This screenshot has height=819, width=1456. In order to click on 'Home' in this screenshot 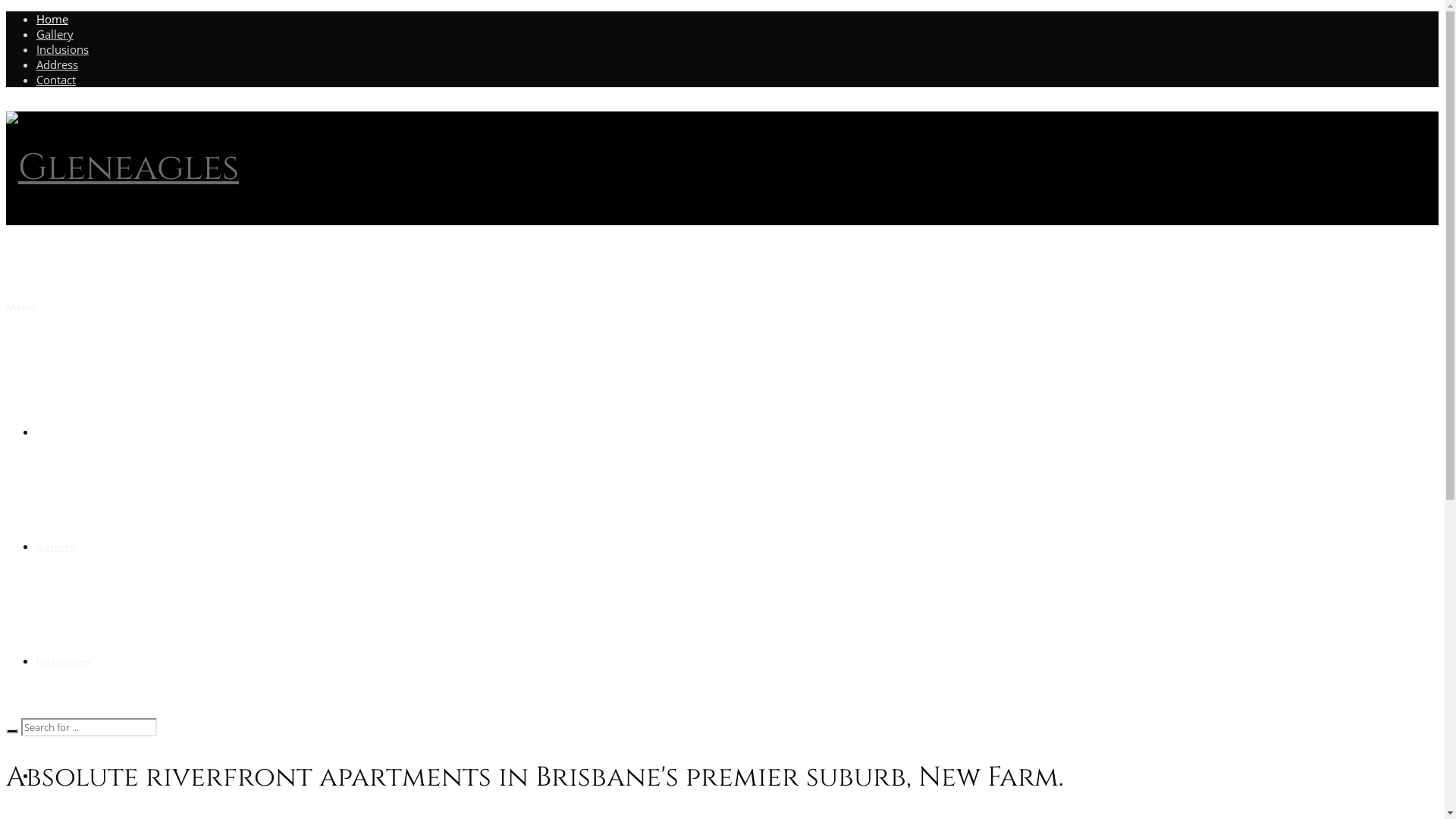, I will do `click(36, 18)`.